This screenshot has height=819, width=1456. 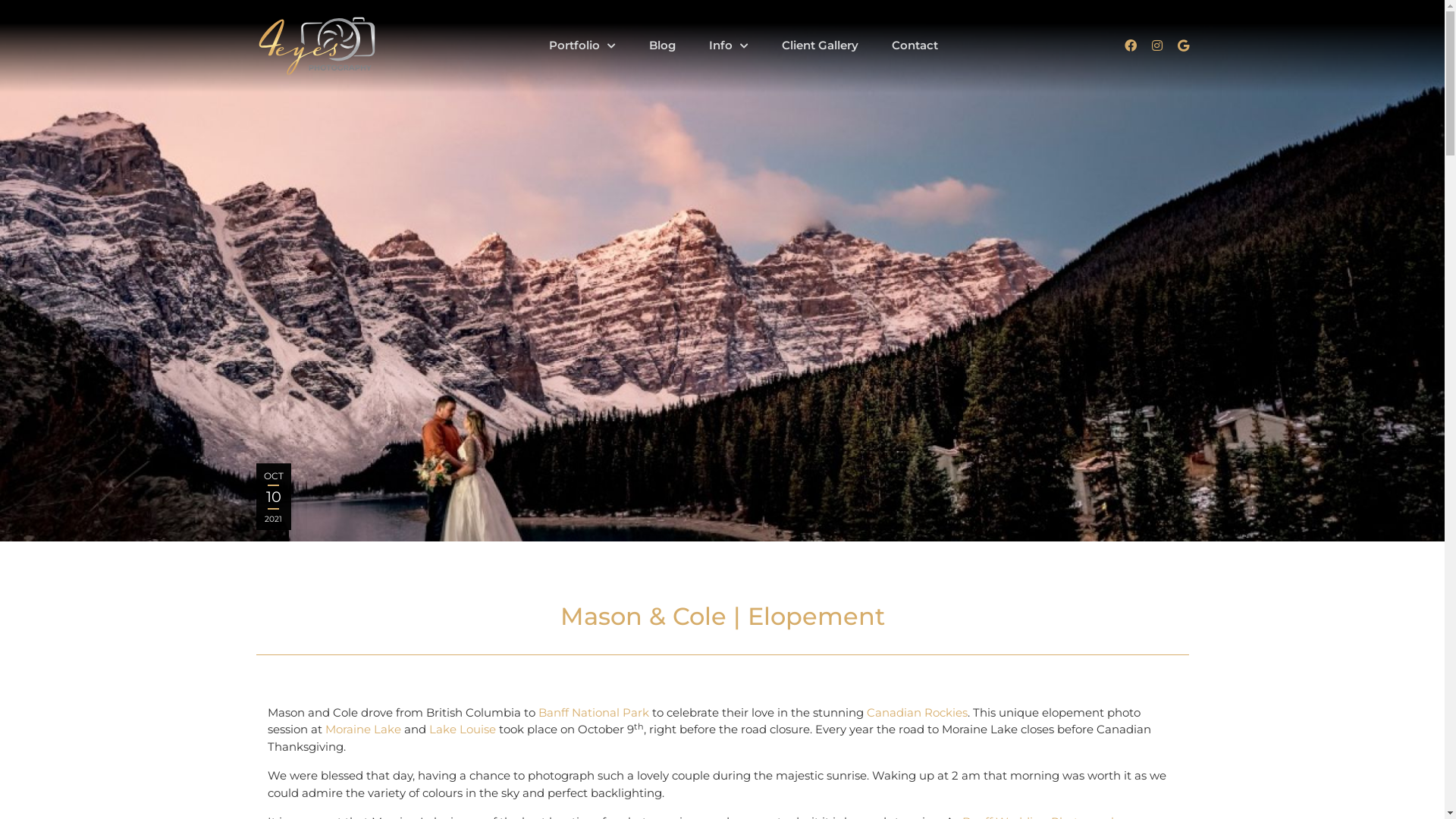 What do you see at coordinates (728, 44) in the screenshot?
I see `'Info'` at bounding box center [728, 44].